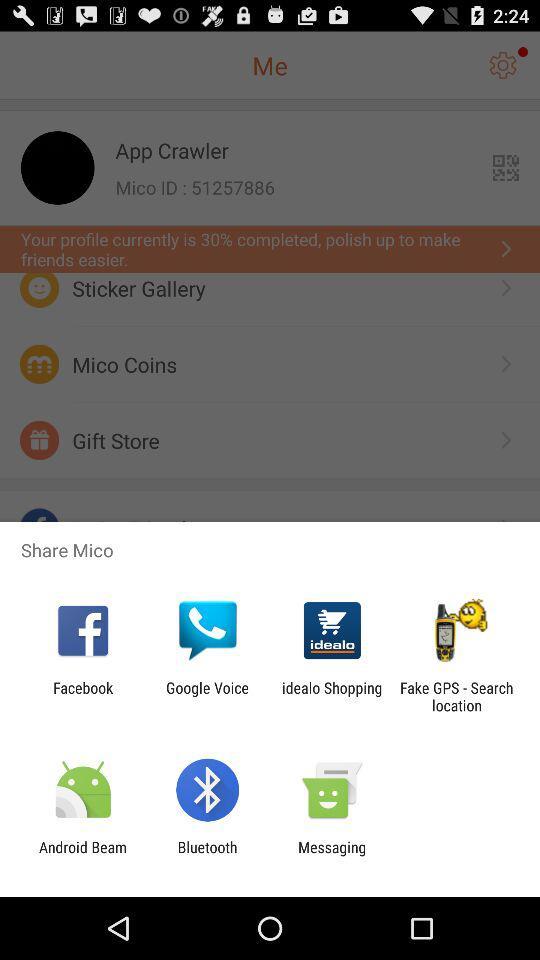 Image resolution: width=540 pixels, height=960 pixels. What do you see at coordinates (456, 696) in the screenshot?
I see `the item to the right of idealo shopping item` at bounding box center [456, 696].